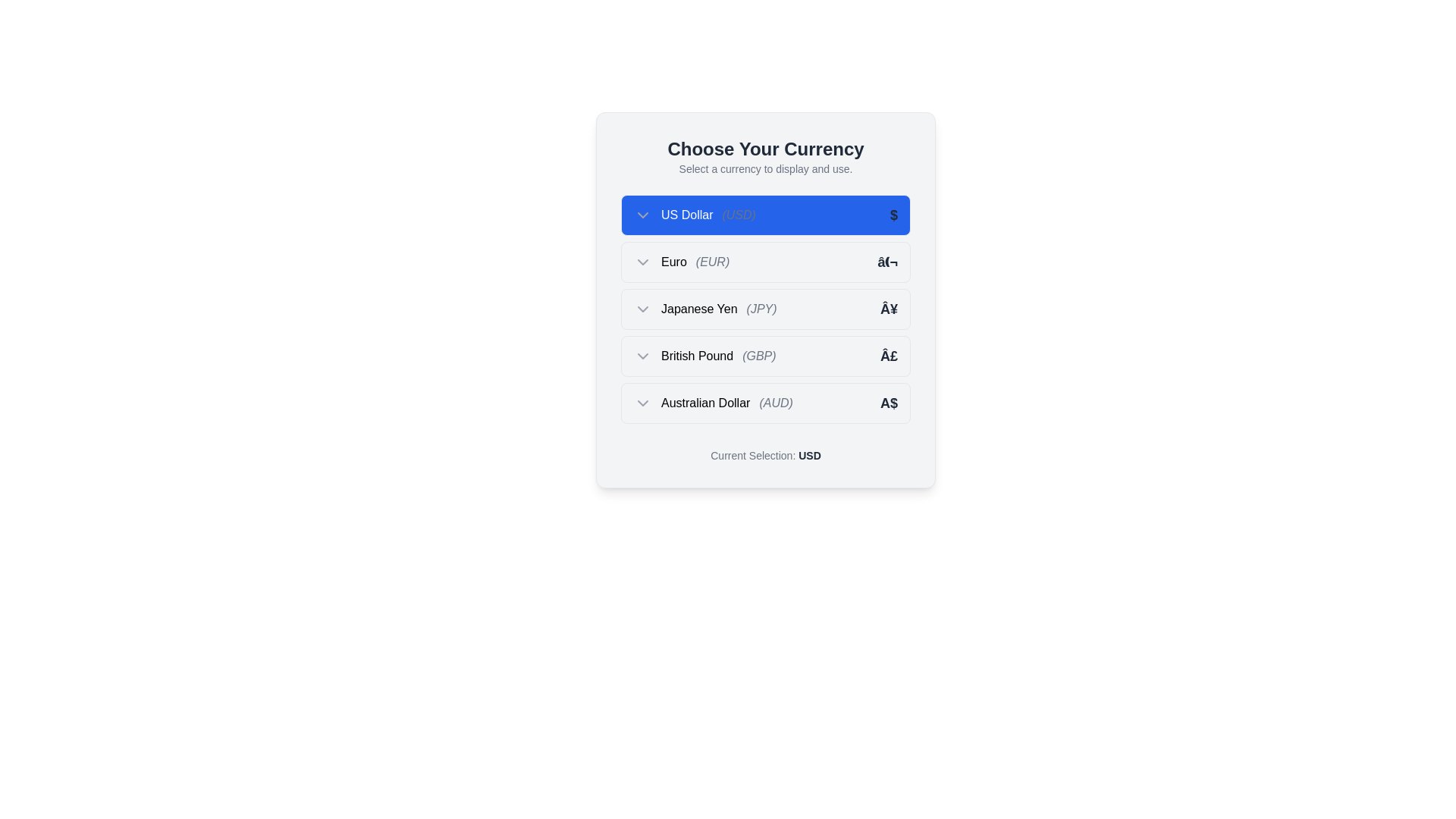 This screenshot has height=819, width=1456. I want to click on text displayed in the 'Euro' text label UI component, which shows the term 'Euro' in a medium-weight font style as part of the currency options in a dropdown menu, so click(673, 262).